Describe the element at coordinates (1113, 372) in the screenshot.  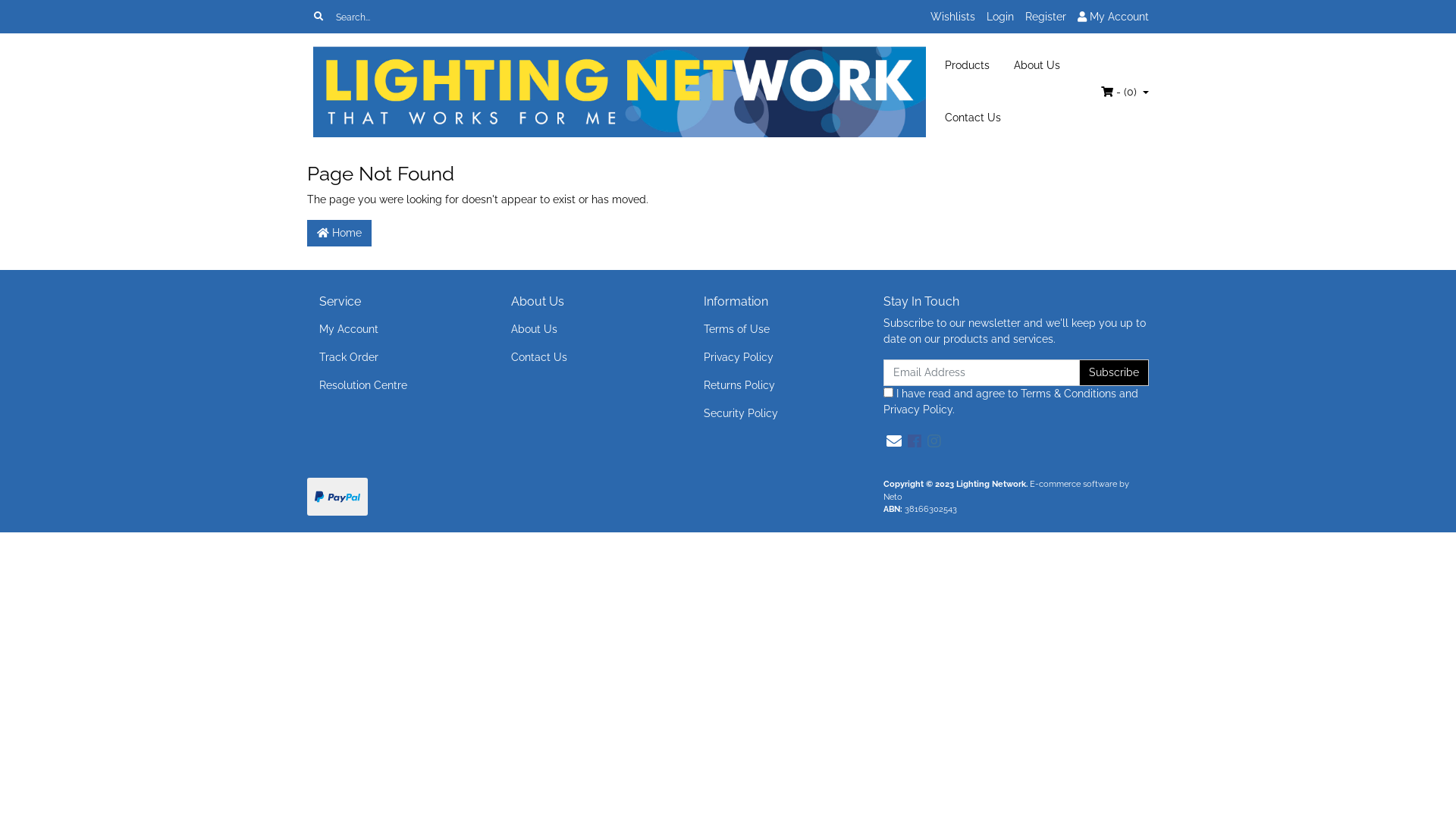
I see `'Subscribe'` at that location.